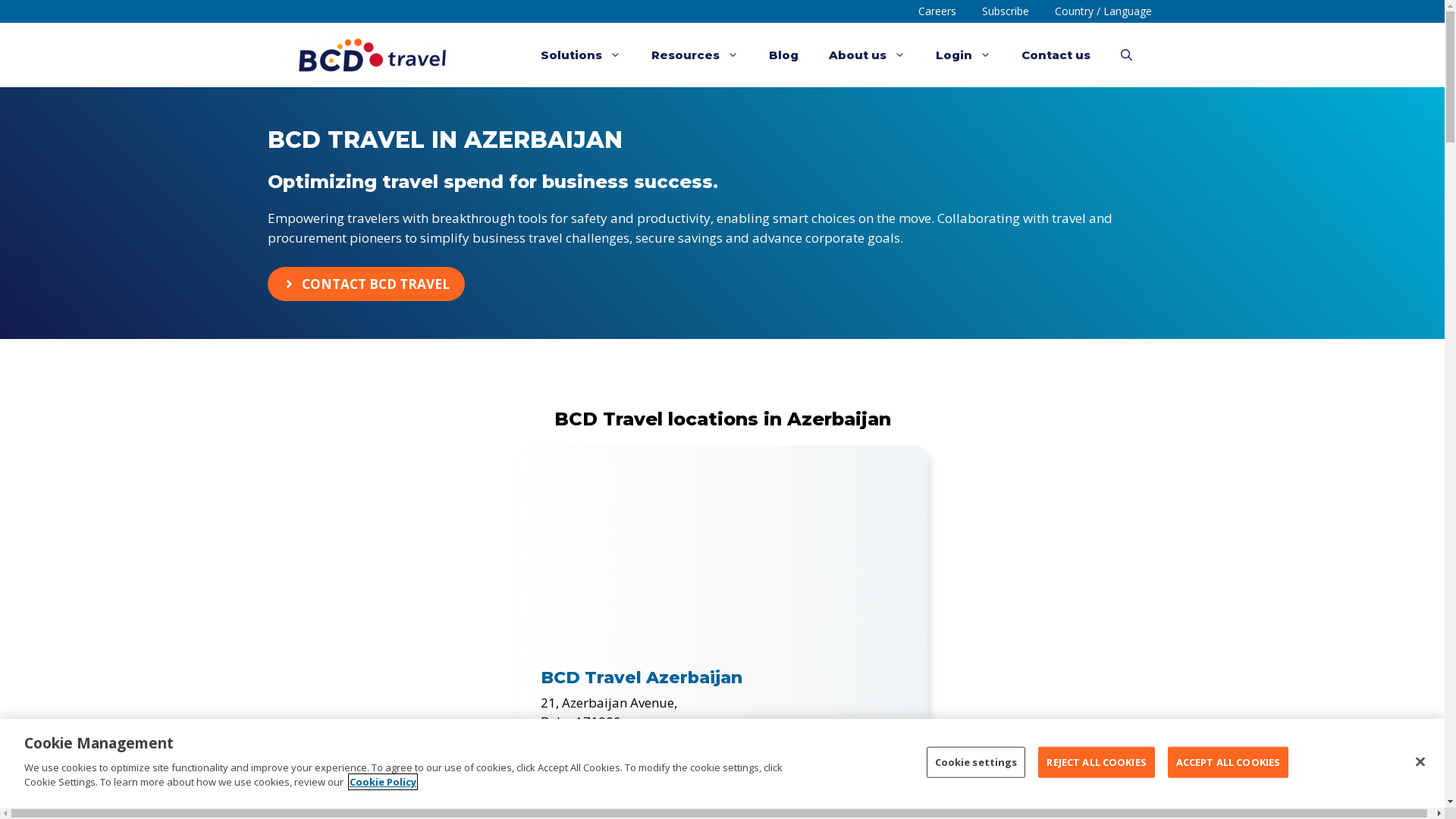 Image resolution: width=1456 pixels, height=819 pixels. I want to click on 'Subscribe', so click(1005, 11).